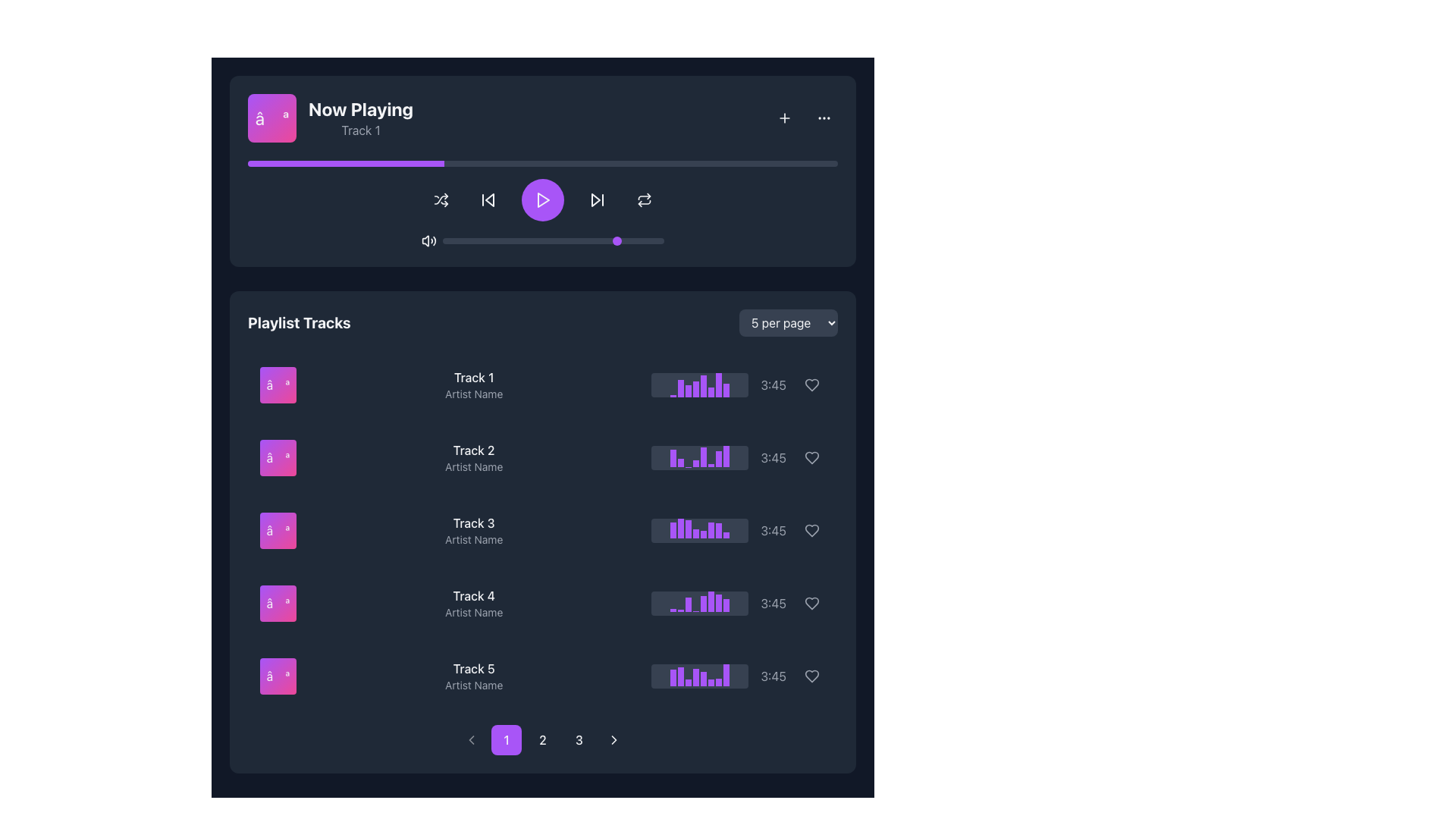  I want to click on the text block containing 'Track 1' in bold and 'Artist Name' in smaller gray text, located in the central-left area of the track list interface under the 'Playlist Tracks' heading, so click(473, 384).